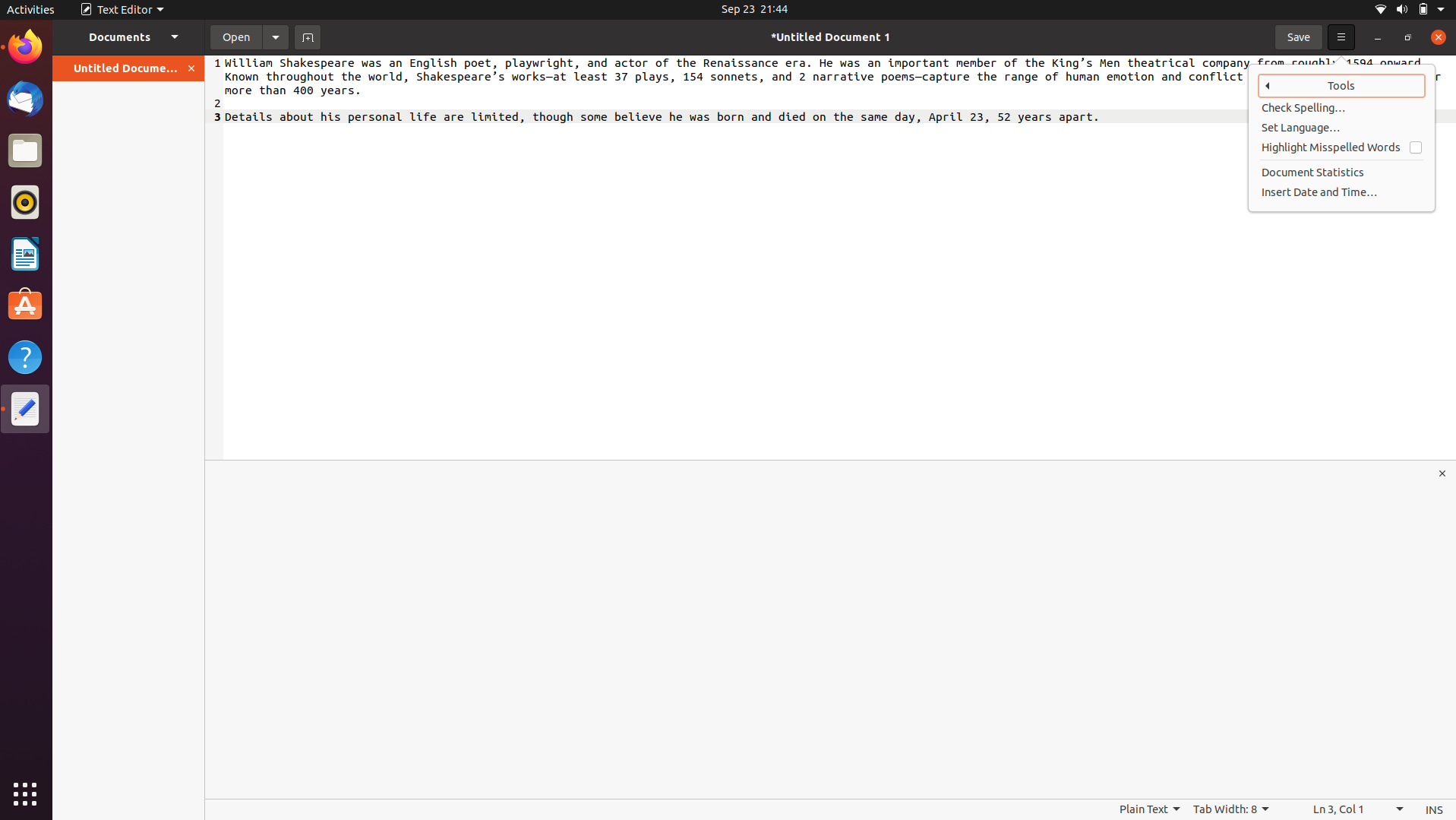 Image resolution: width=1456 pixels, height=820 pixels. What do you see at coordinates (1148, 809) in the screenshot?
I see `Transform the document format to HTML` at bounding box center [1148, 809].